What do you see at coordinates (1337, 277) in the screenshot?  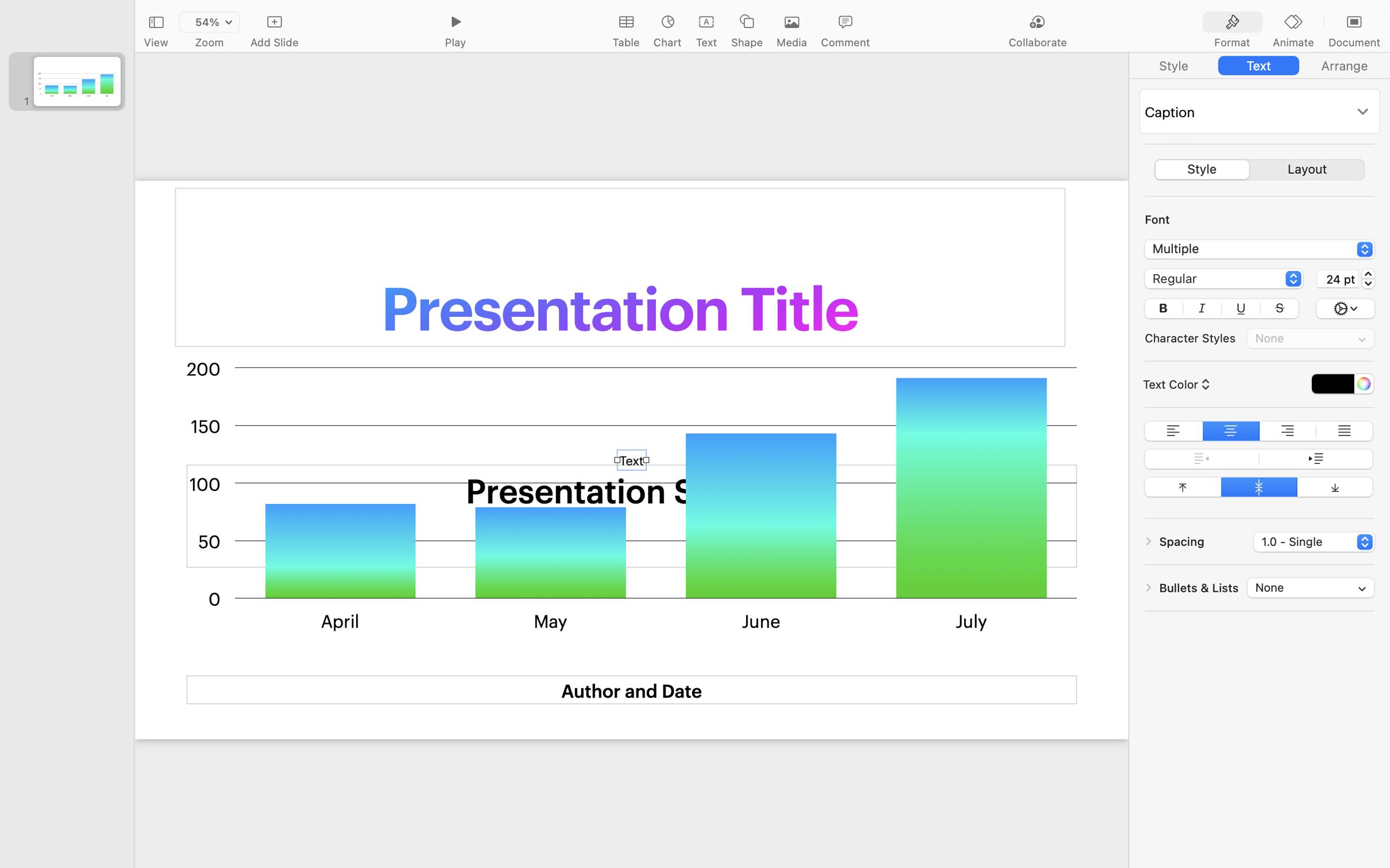 I see `'24 pt'` at bounding box center [1337, 277].